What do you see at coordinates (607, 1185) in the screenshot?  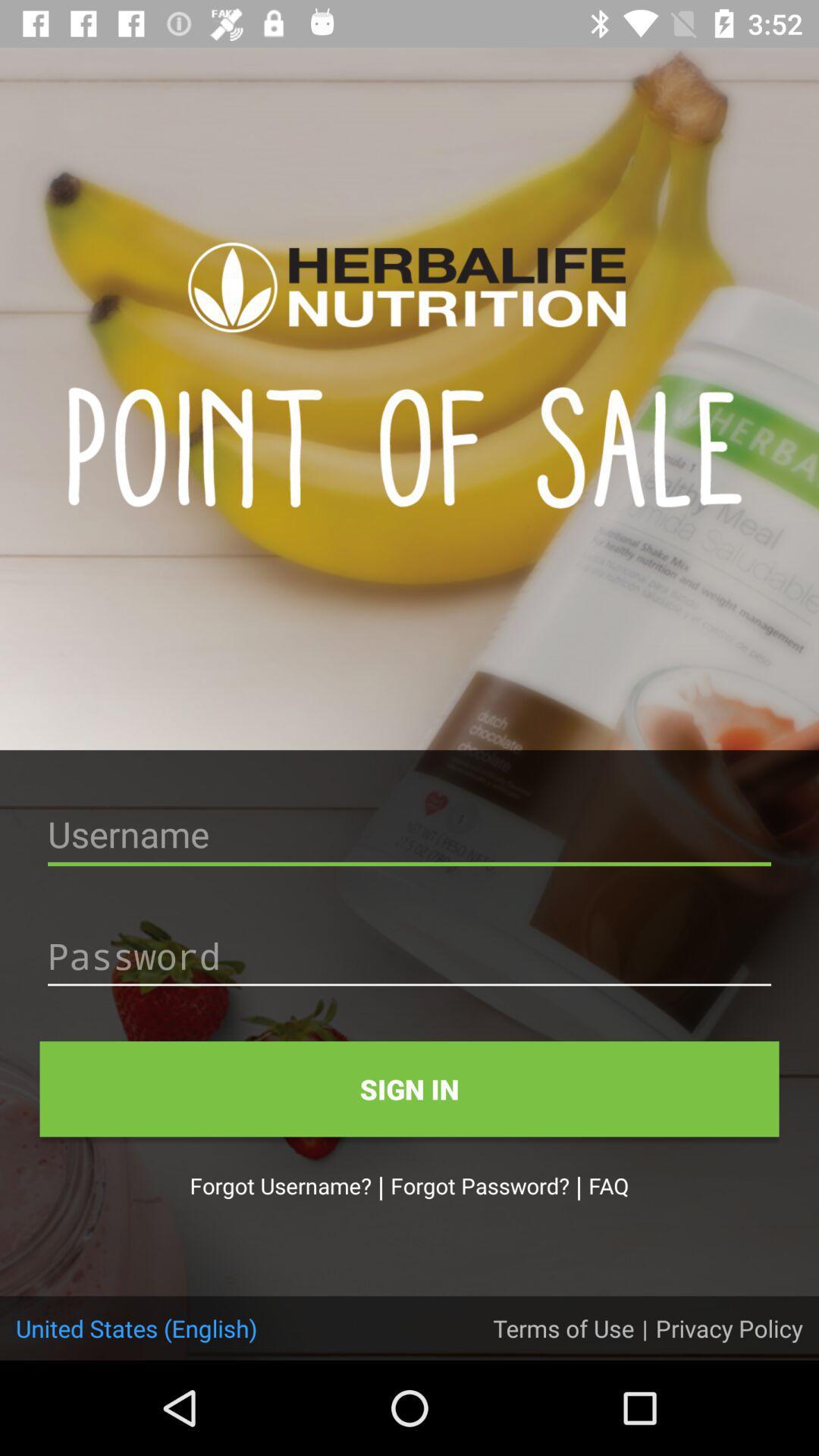 I see `the icon to the right of | icon` at bounding box center [607, 1185].